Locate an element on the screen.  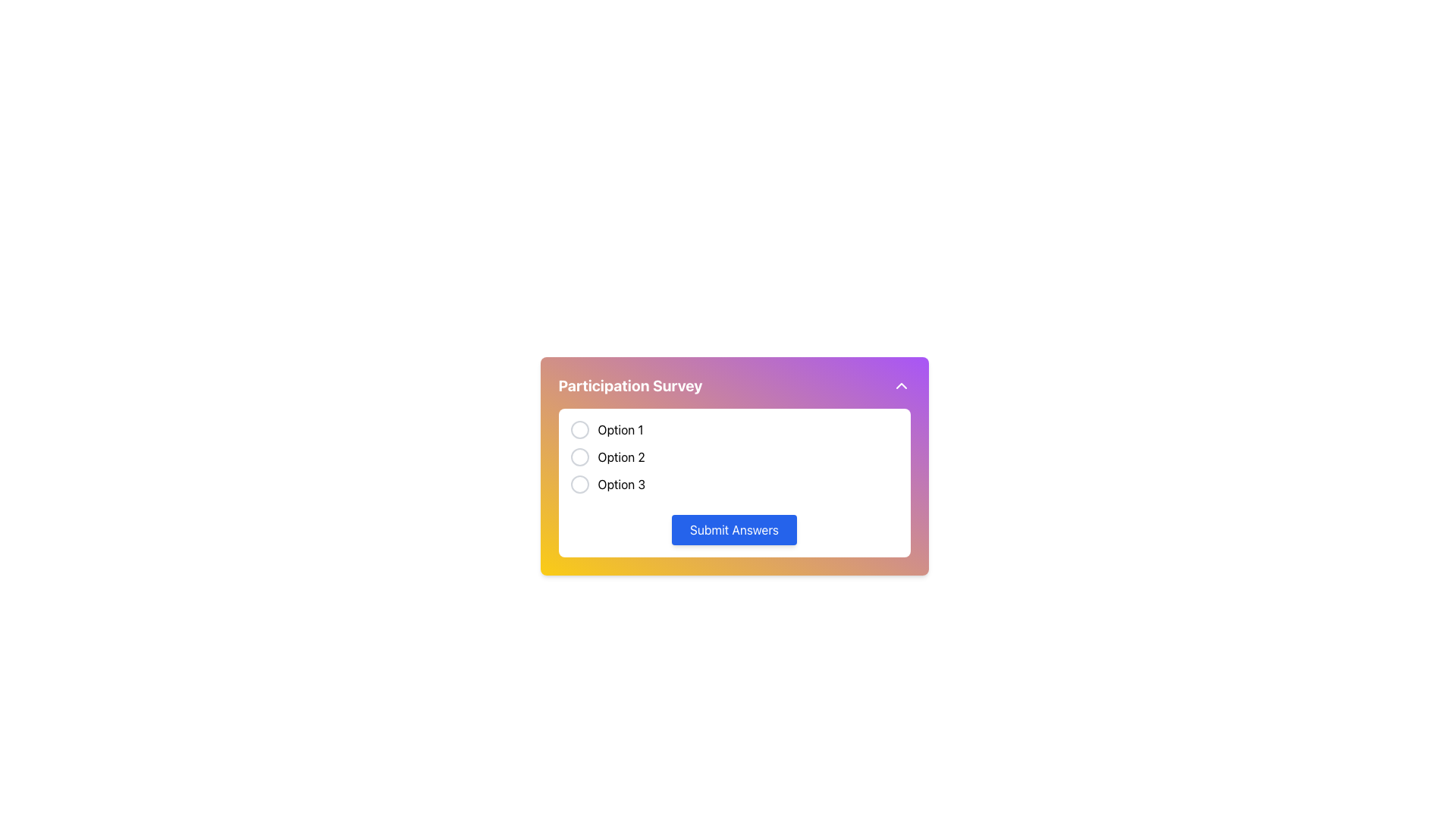
the radio button labeled 'Option 2' is located at coordinates (579, 456).